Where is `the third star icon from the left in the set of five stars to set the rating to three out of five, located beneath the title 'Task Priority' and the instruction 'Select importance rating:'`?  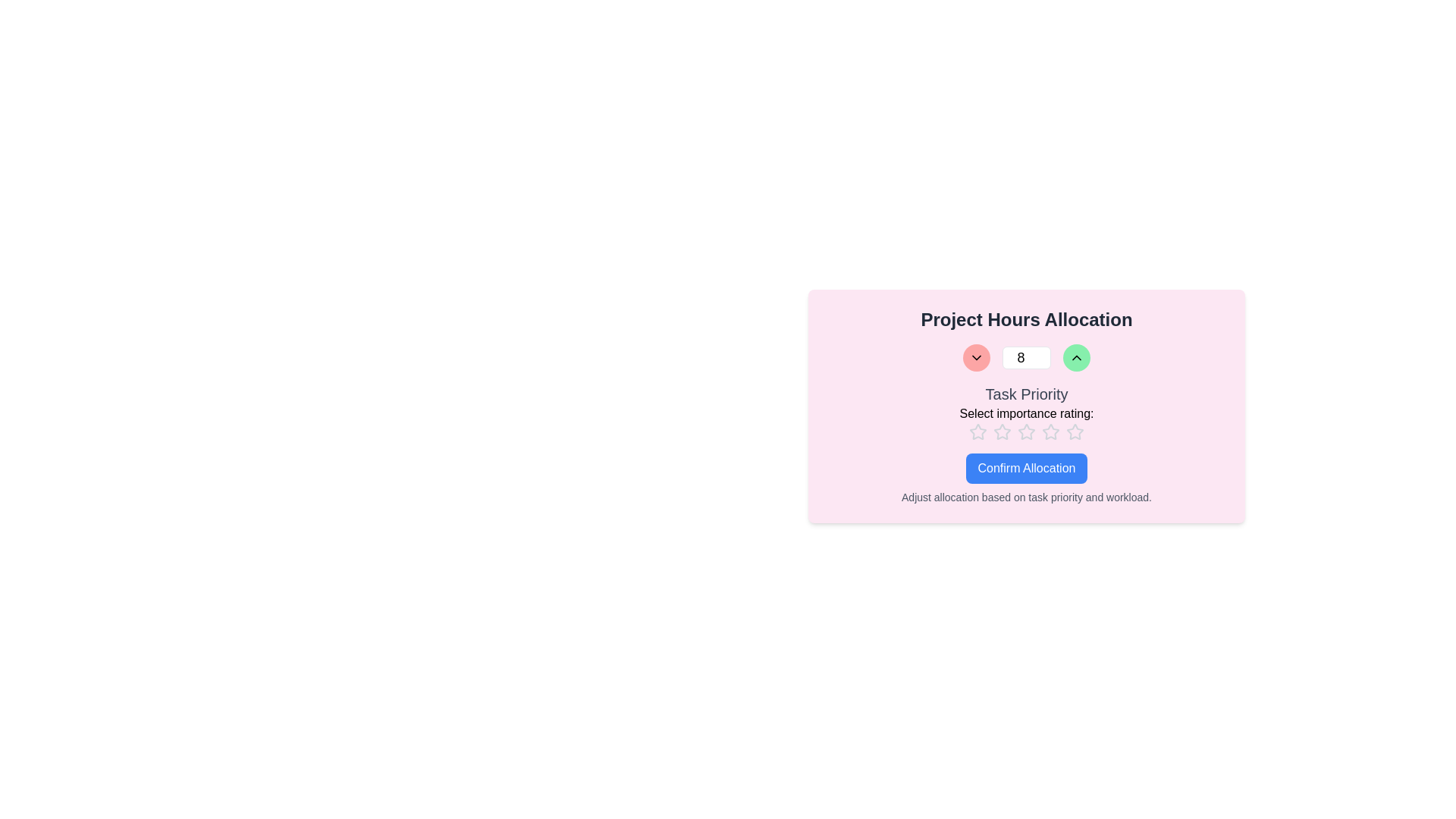 the third star icon from the left in the set of five stars to set the rating to three out of five, located beneath the title 'Task Priority' and the instruction 'Select importance rating:' is located at coordinates (1026, 431).